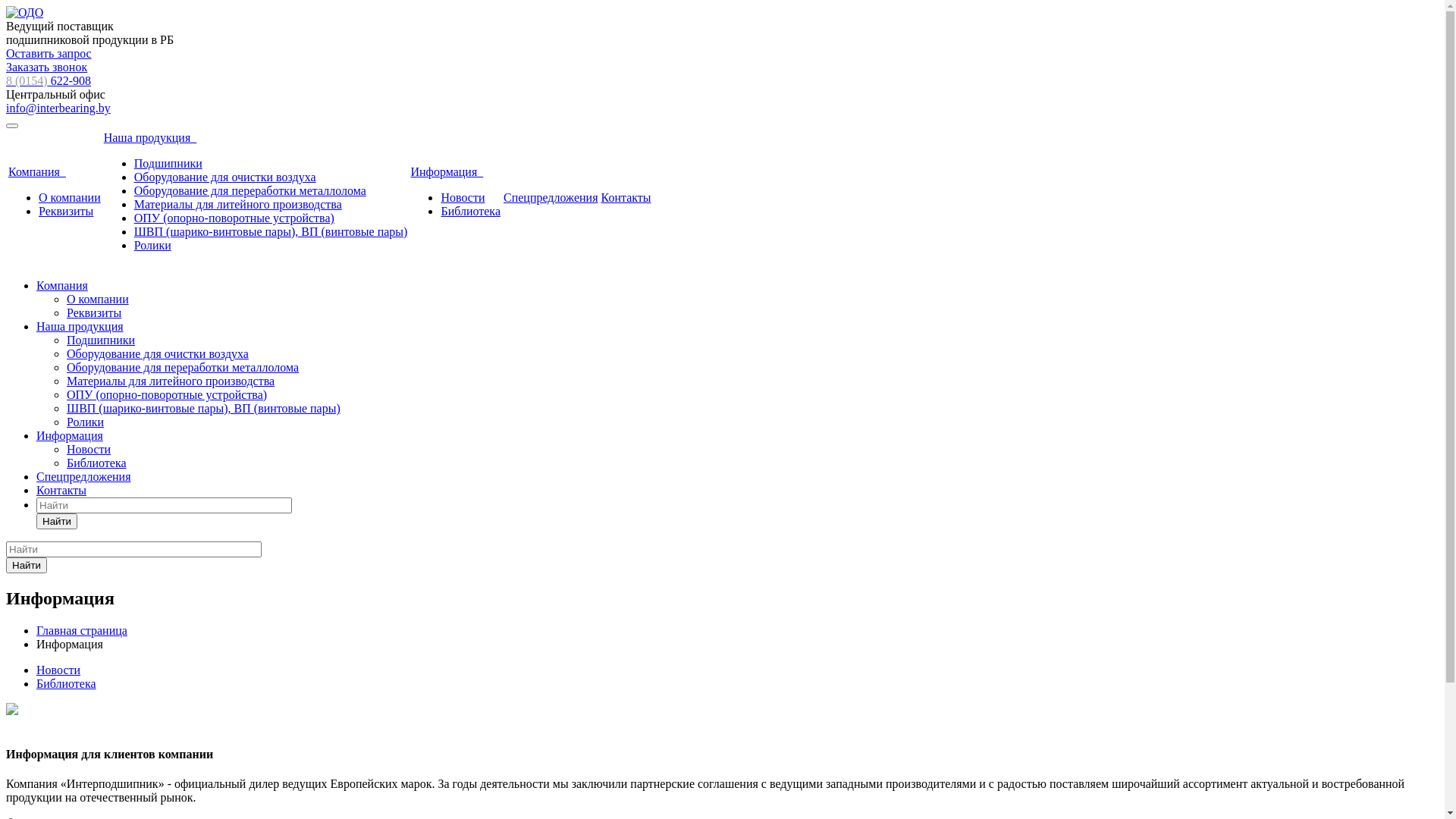 This screenshot has height=819, width=1456. What do you see at coordinates (58, 107) in the screenshot?
I see `'info@interbearing.by'` at bounding box center [58, 107].